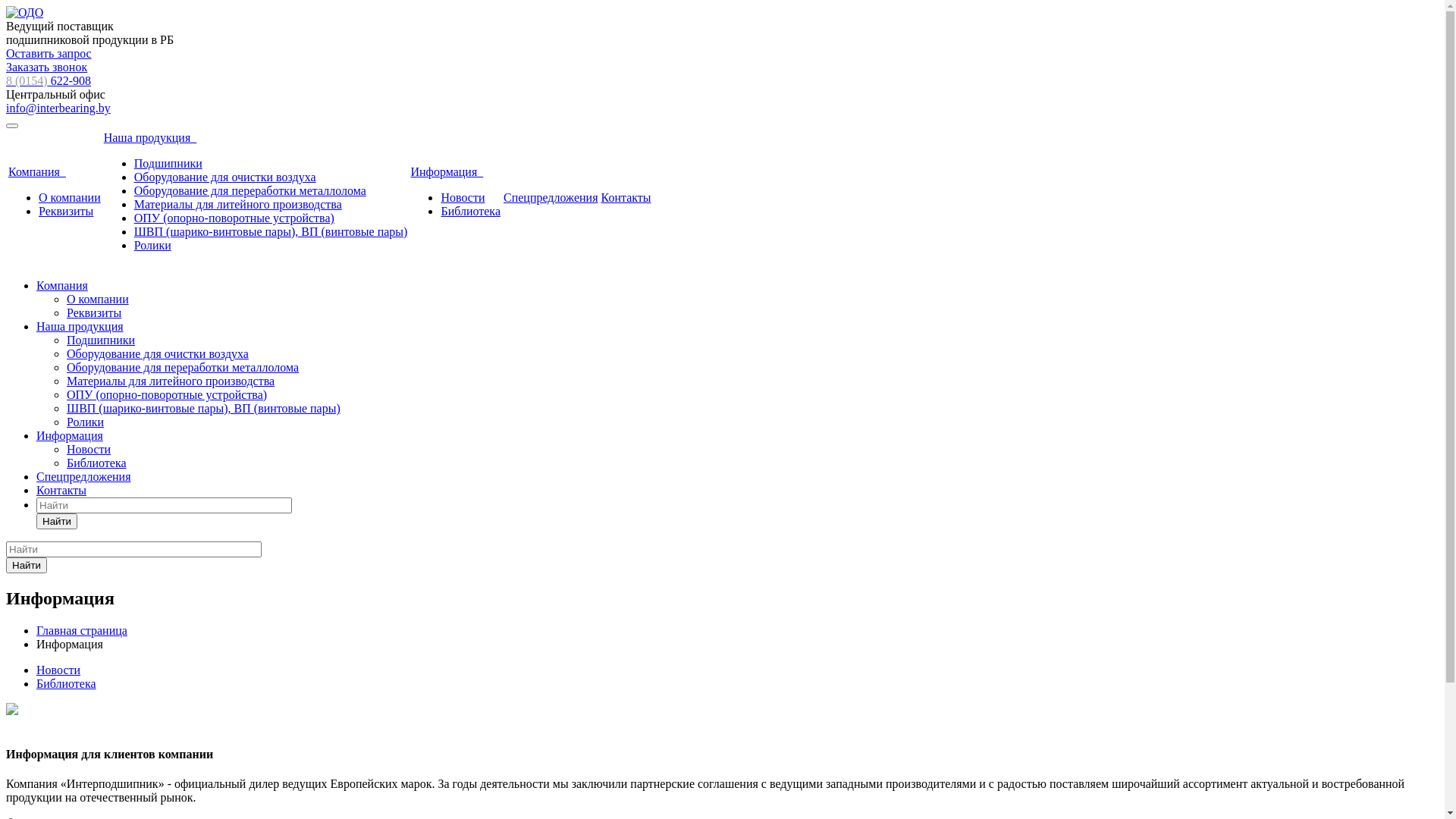 This screenshot has height=819, width=1456. What do you see at coordinates (58, 107) in the screenshot?
I see `'info@interbearing.by'` at bounding box center [58, 107].